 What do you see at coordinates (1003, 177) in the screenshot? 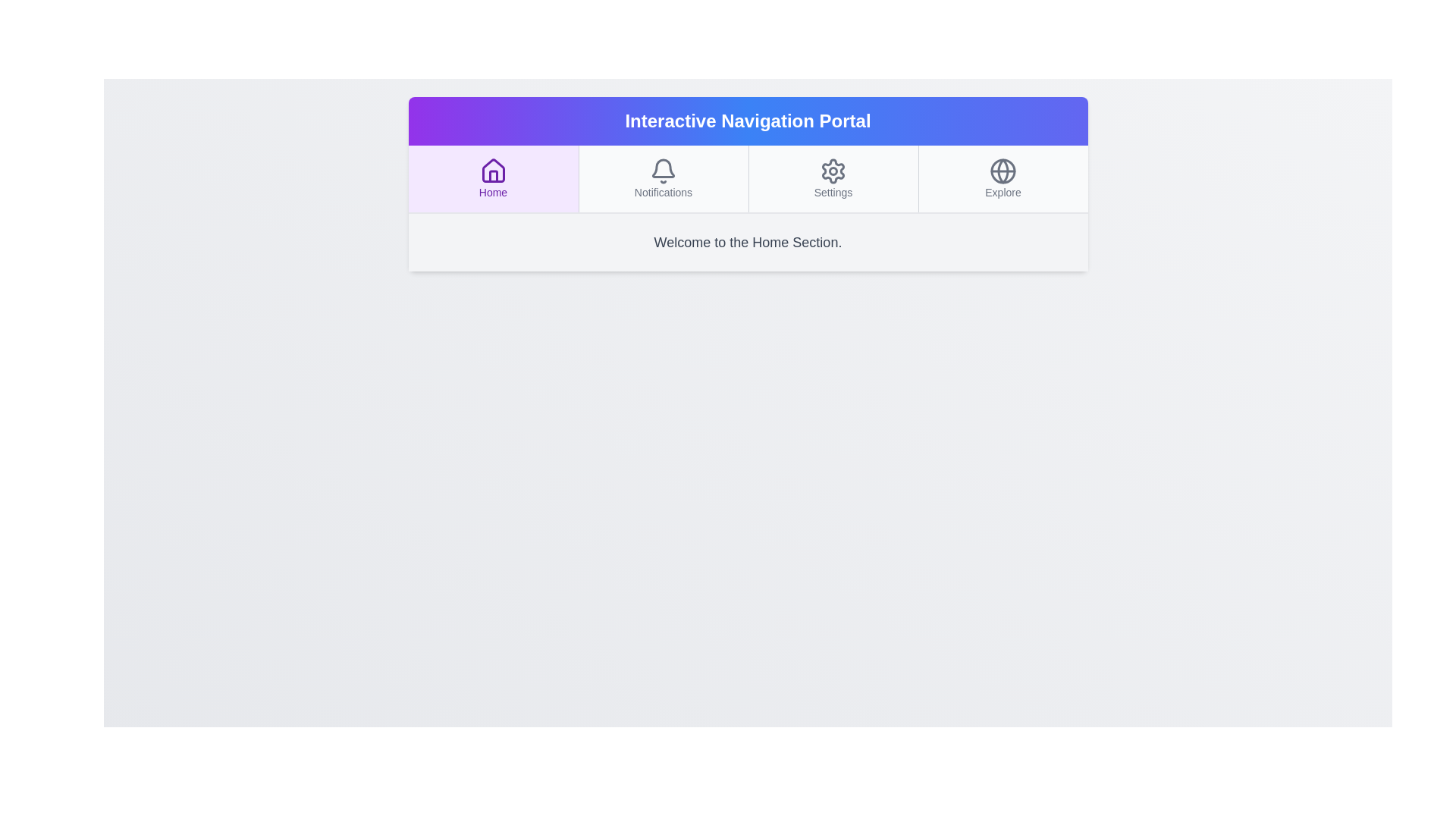
I see `the 'Explore' navigation button located in the fourth column of the navigation bar` at bounding box center [1003, 177].